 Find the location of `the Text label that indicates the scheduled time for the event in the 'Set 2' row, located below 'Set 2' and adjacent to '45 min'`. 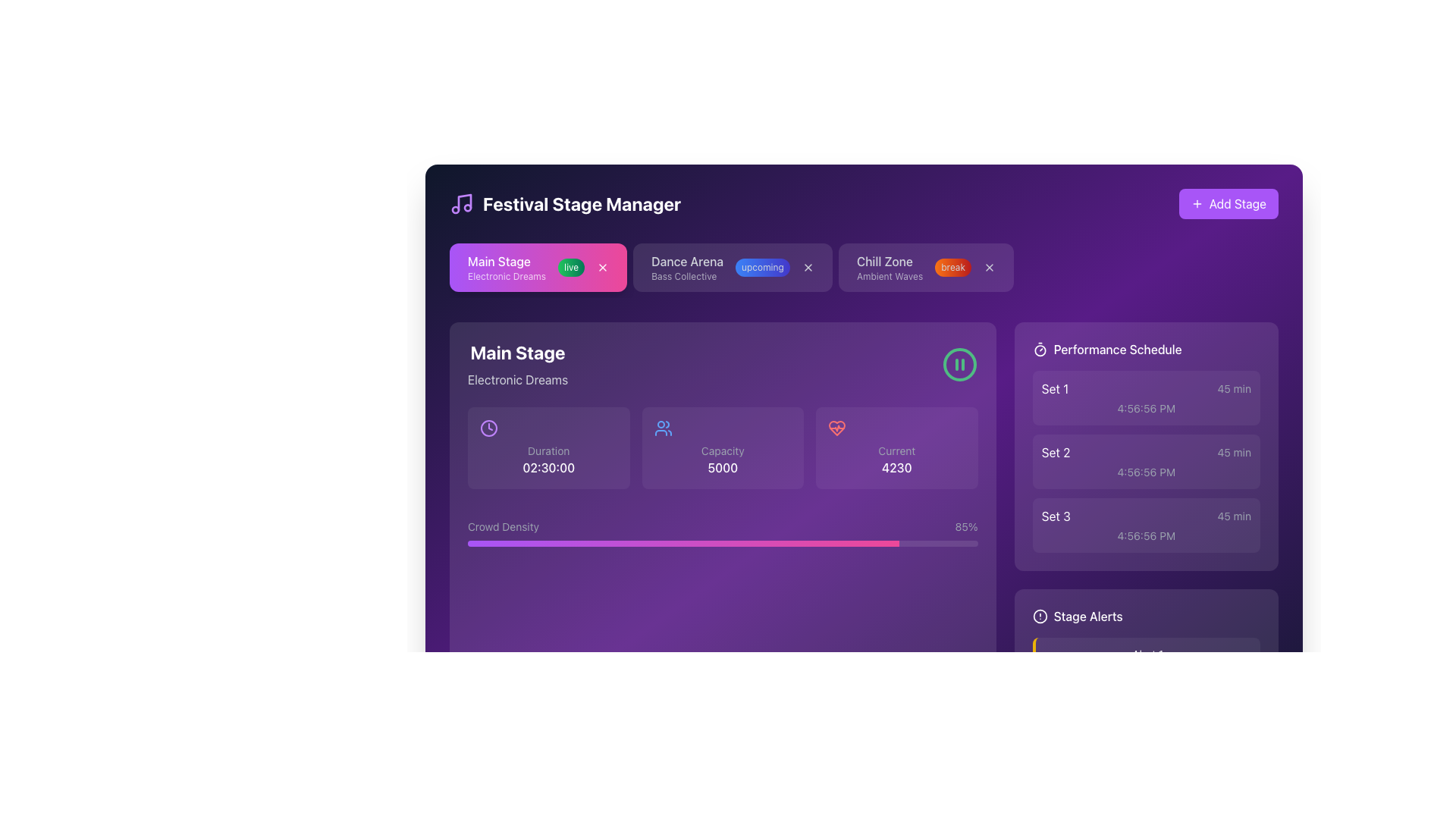

the Text label that indicates the scheduled time for the event in the 'Set 2' row, located below 'Set 2' and adjacent to '45 min' is located at coordinates (1146, 472).